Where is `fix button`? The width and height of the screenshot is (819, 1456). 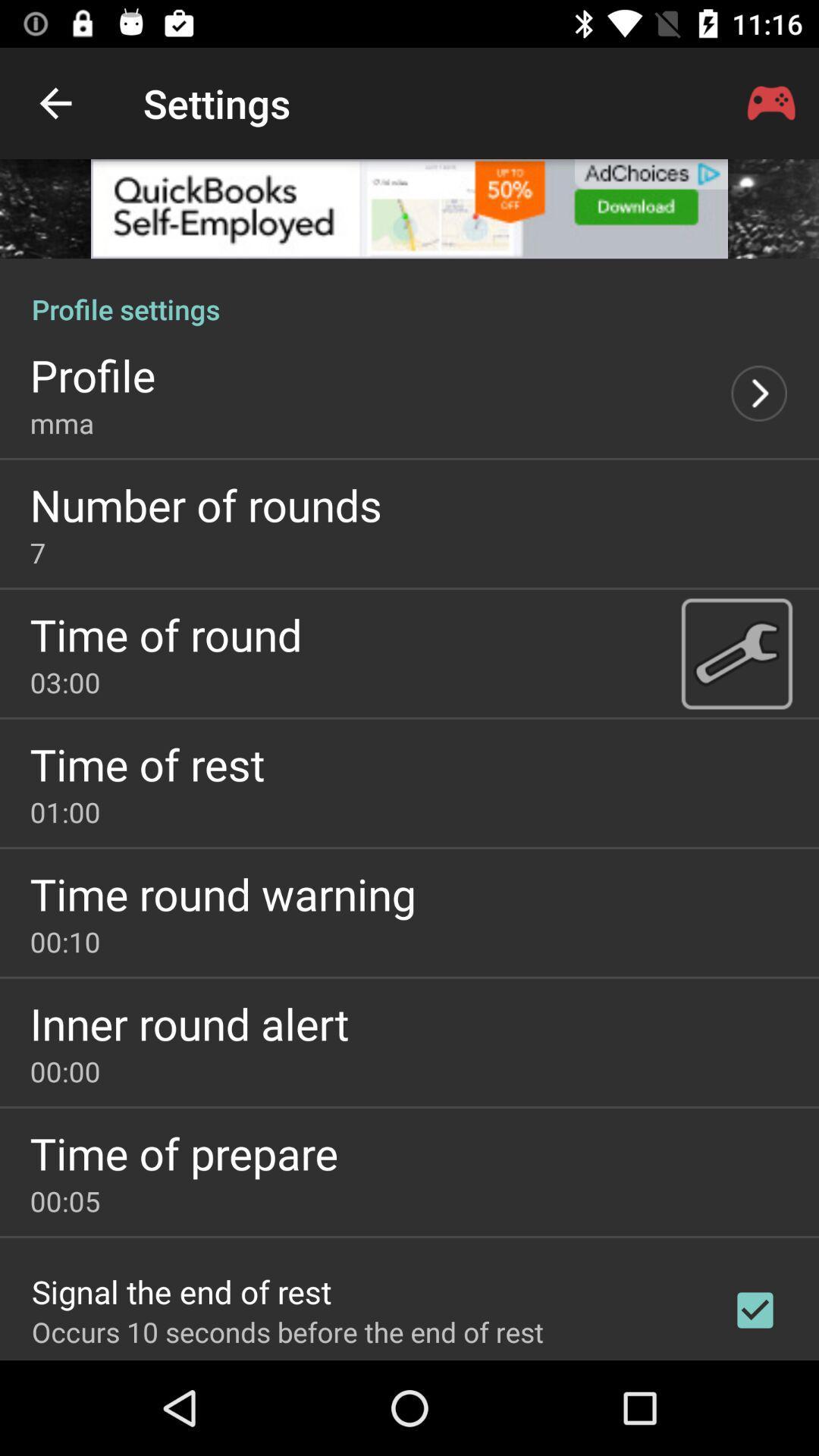 fix button is located at coordinates (736, 653).